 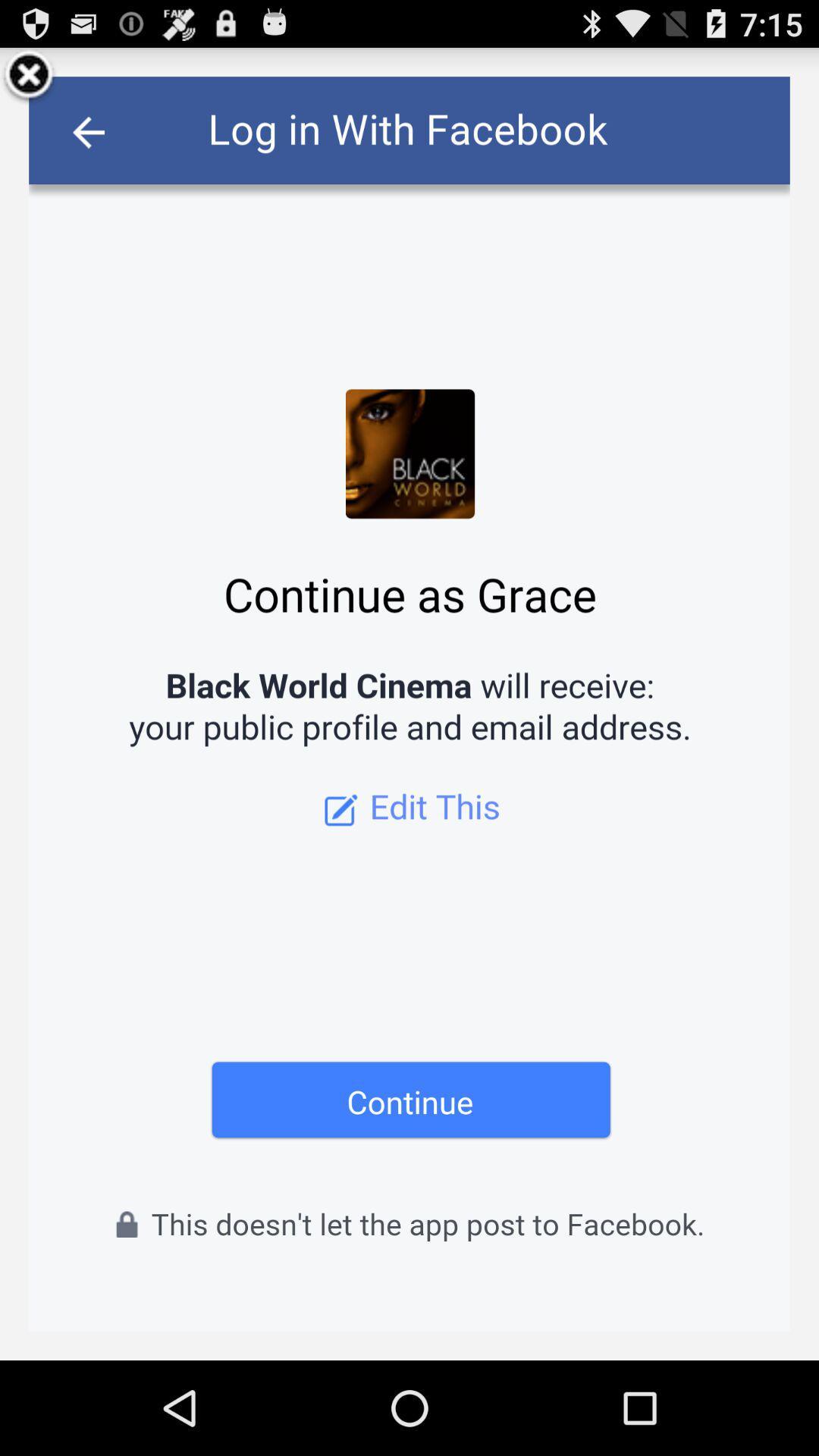 What do you see at coordinates (409, 703) in the screenshot?
I see `continue` at bounding box center [409, 703].